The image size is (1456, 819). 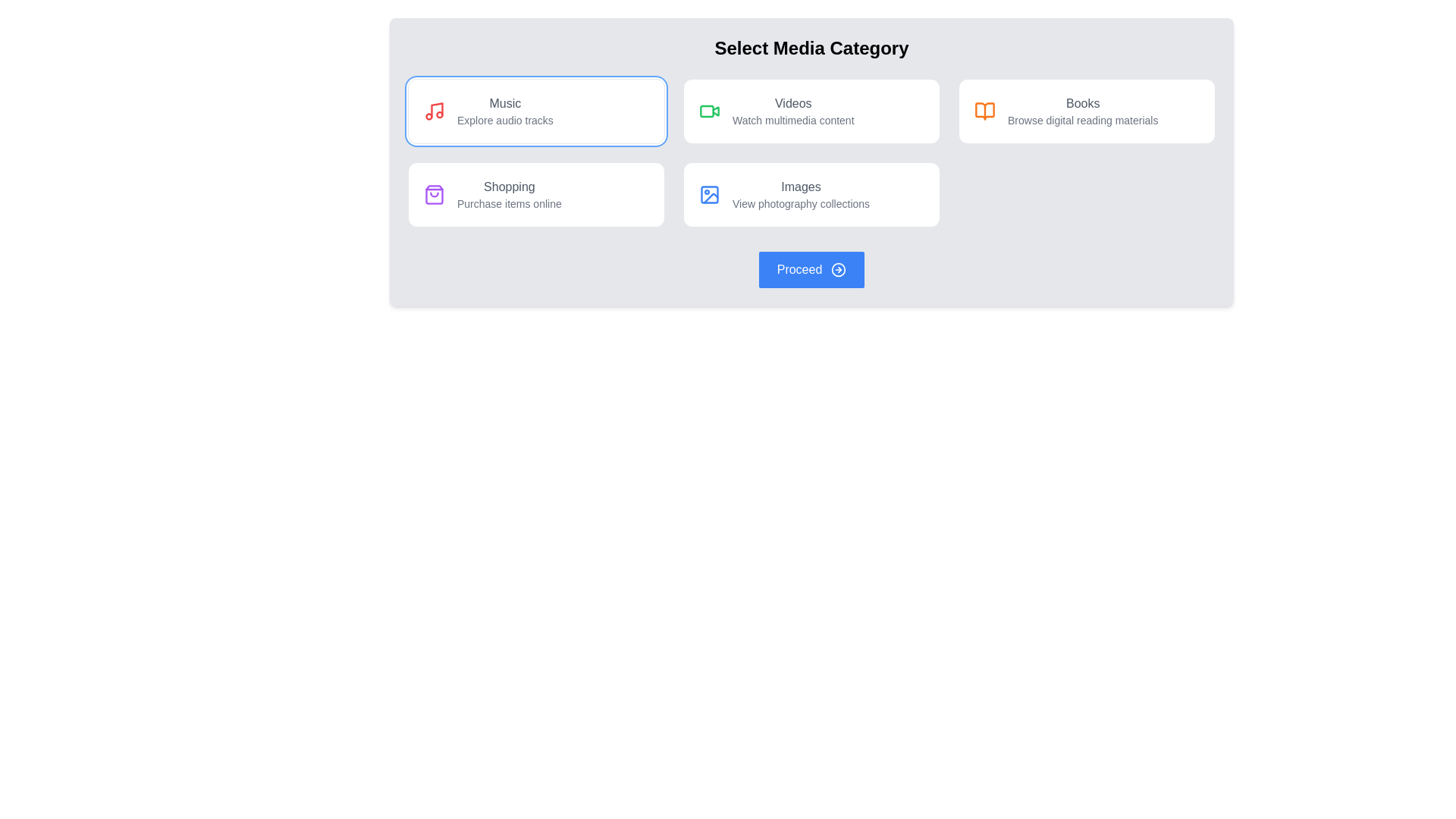 I want to click on the small rectangular icon representing the video media category option, which is located above the 'Videos' text label in the second column of the top row in the media category selection grid, so click(x=706, y=110).